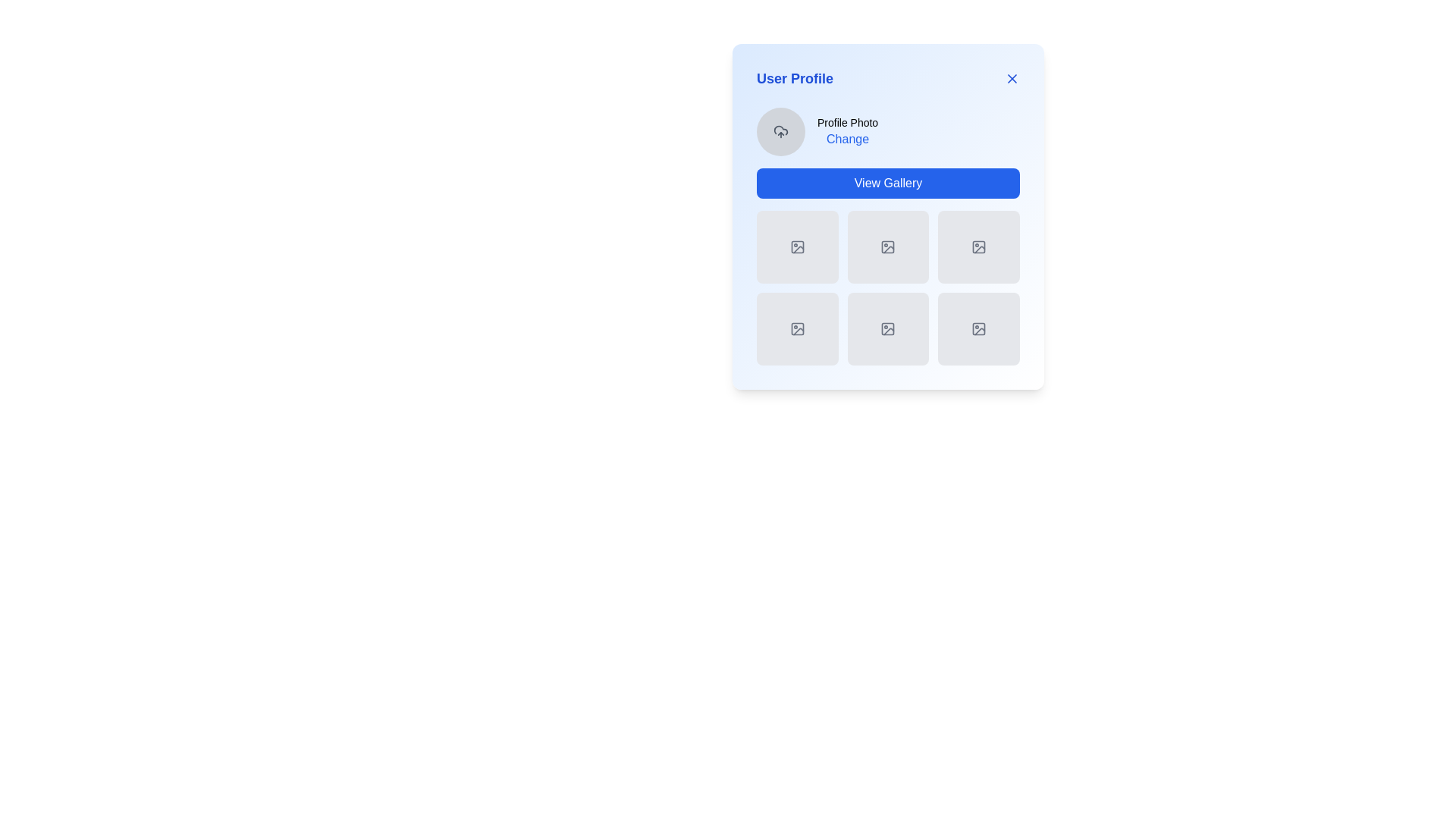  I want to click on the small, square-shaped graphical placeholder icon located in the second position of the second row within a grid of six components, so click(796, 328).